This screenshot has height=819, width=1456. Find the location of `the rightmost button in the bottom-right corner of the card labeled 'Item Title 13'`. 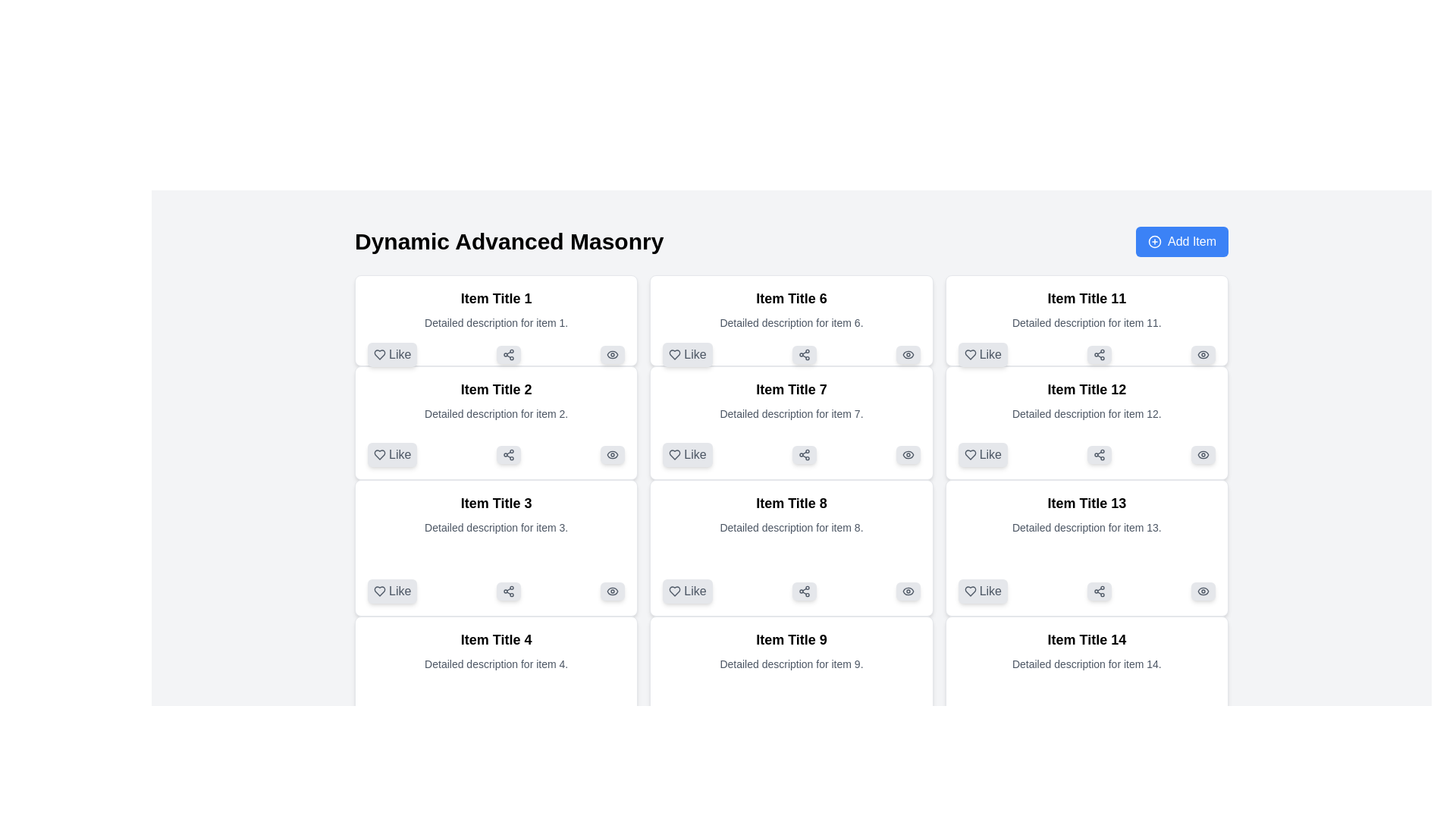

the rightmost button in the bottom-right corner of the card labeled 'Item Title 13' is located at coordinates (1203, 590).